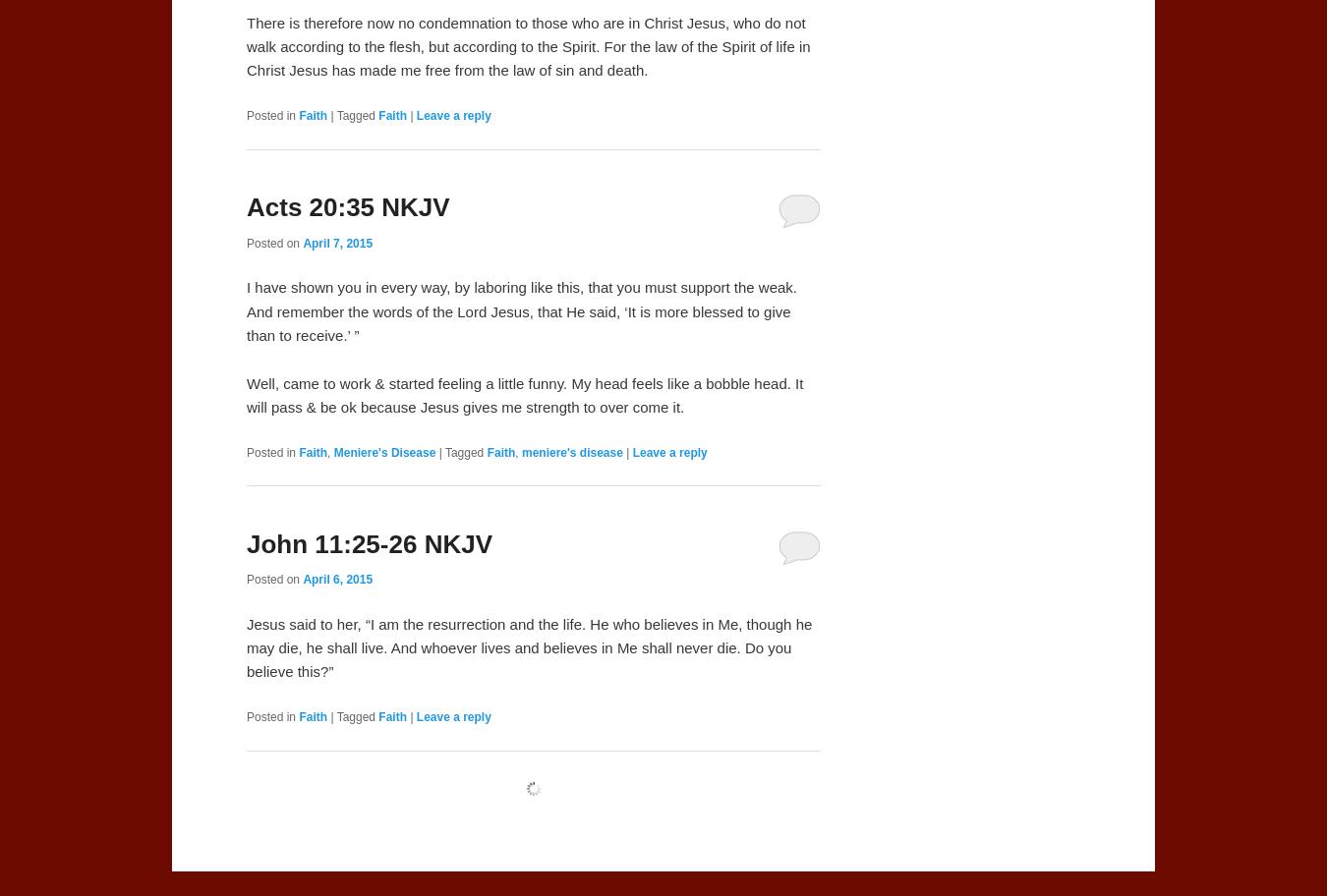 Image resolution: width=1327 pixels, height=896 pixels. I want to click on 'I have shown you in every way, by laboring like this, that you must support the weak. And remember the words of the Lord Jesus, that He said, ‘It is more blessed to give than to receive.’ ”', so click(245, 310).